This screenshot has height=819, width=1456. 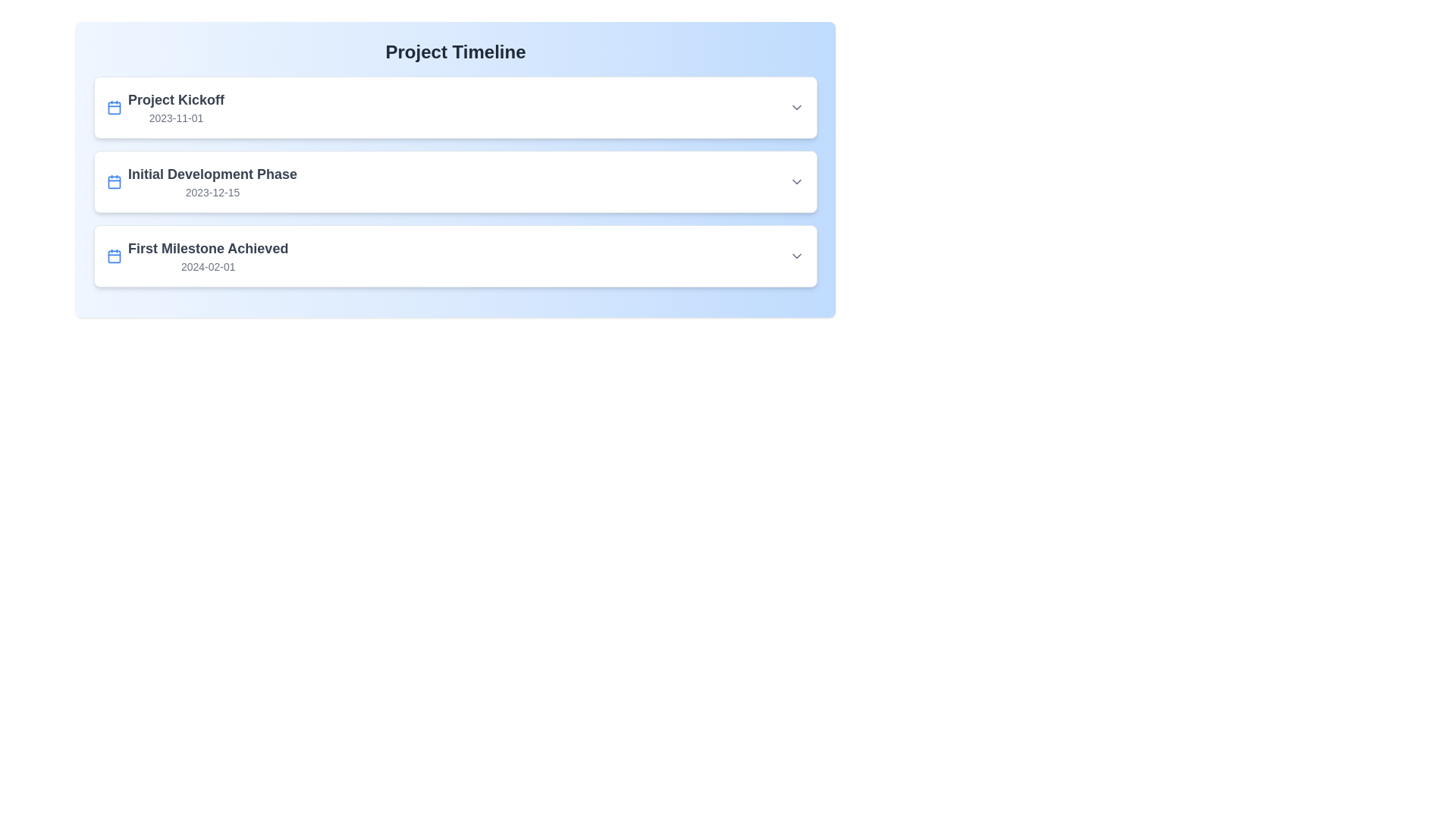 What do you see at coordinates (454, 256) in the screenshot?
I see `the third Timeline Item displaying 'First Milestone Achieved'` at bounding box center [454, 256].